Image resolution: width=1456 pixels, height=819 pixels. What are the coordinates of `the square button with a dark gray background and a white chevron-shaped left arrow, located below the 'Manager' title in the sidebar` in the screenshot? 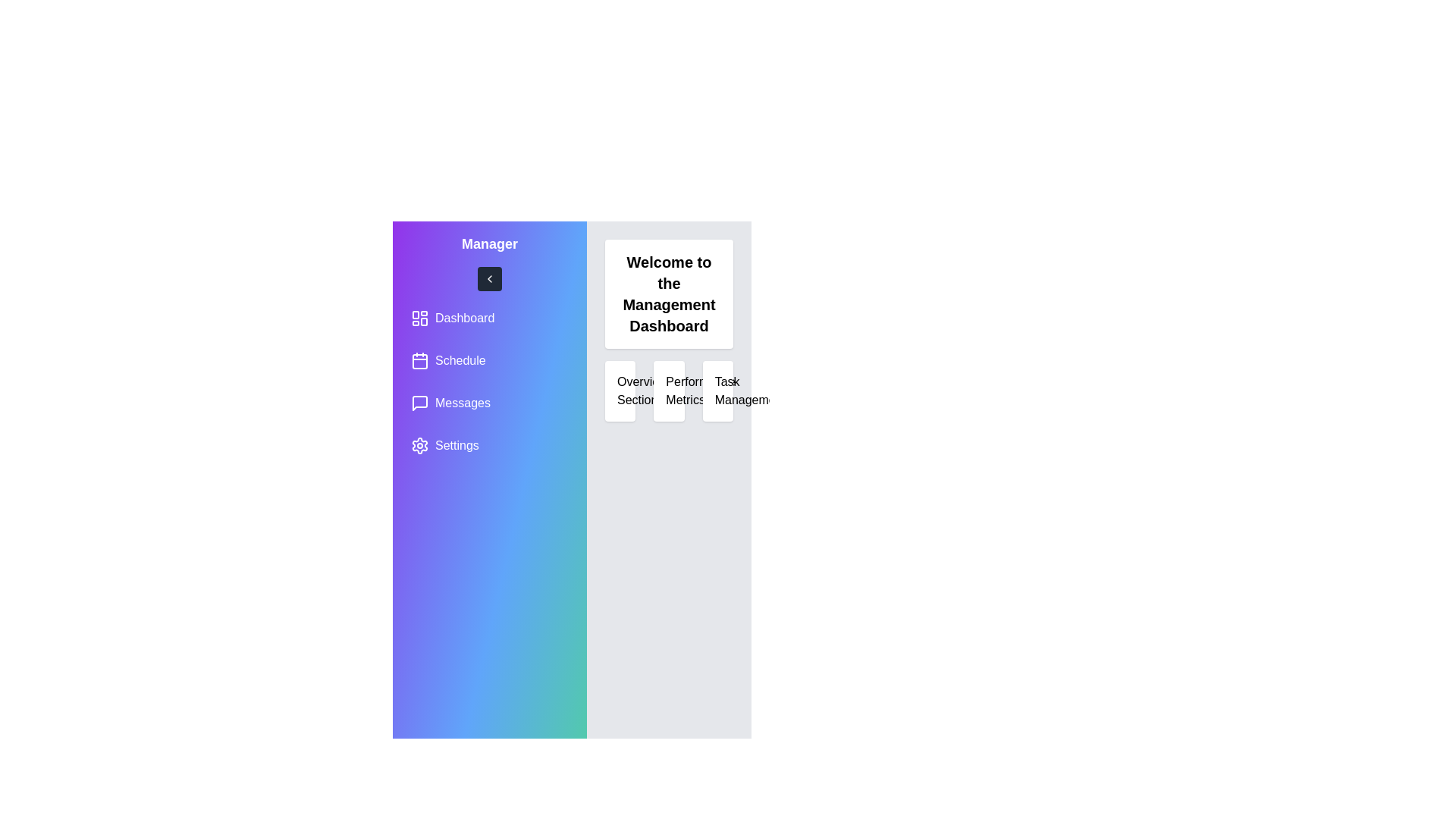 It's located at (490, 278).